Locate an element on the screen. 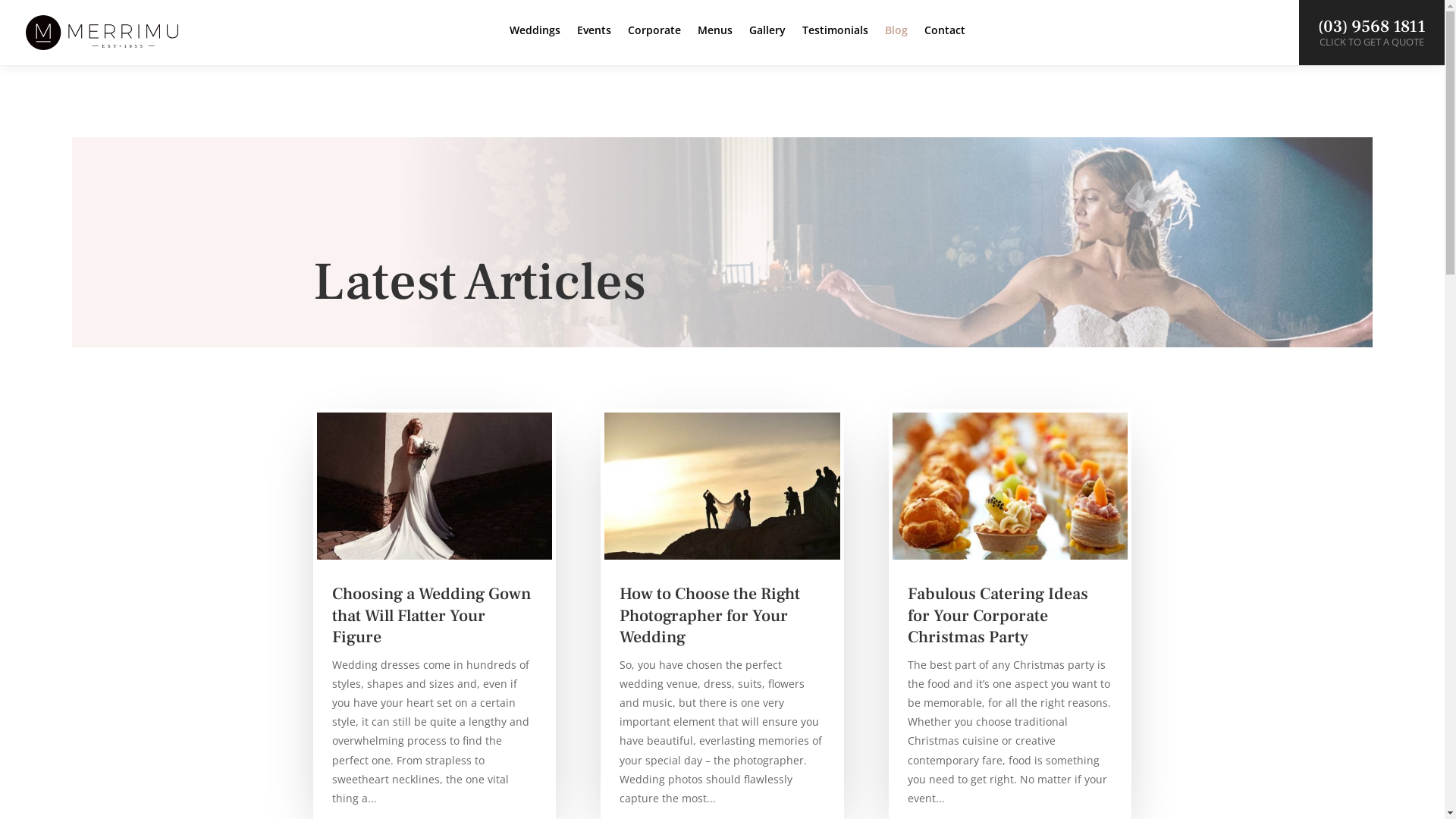 This screenshot has width=1456, height=819. 'Corporate' is located at coordinates (654, 42).